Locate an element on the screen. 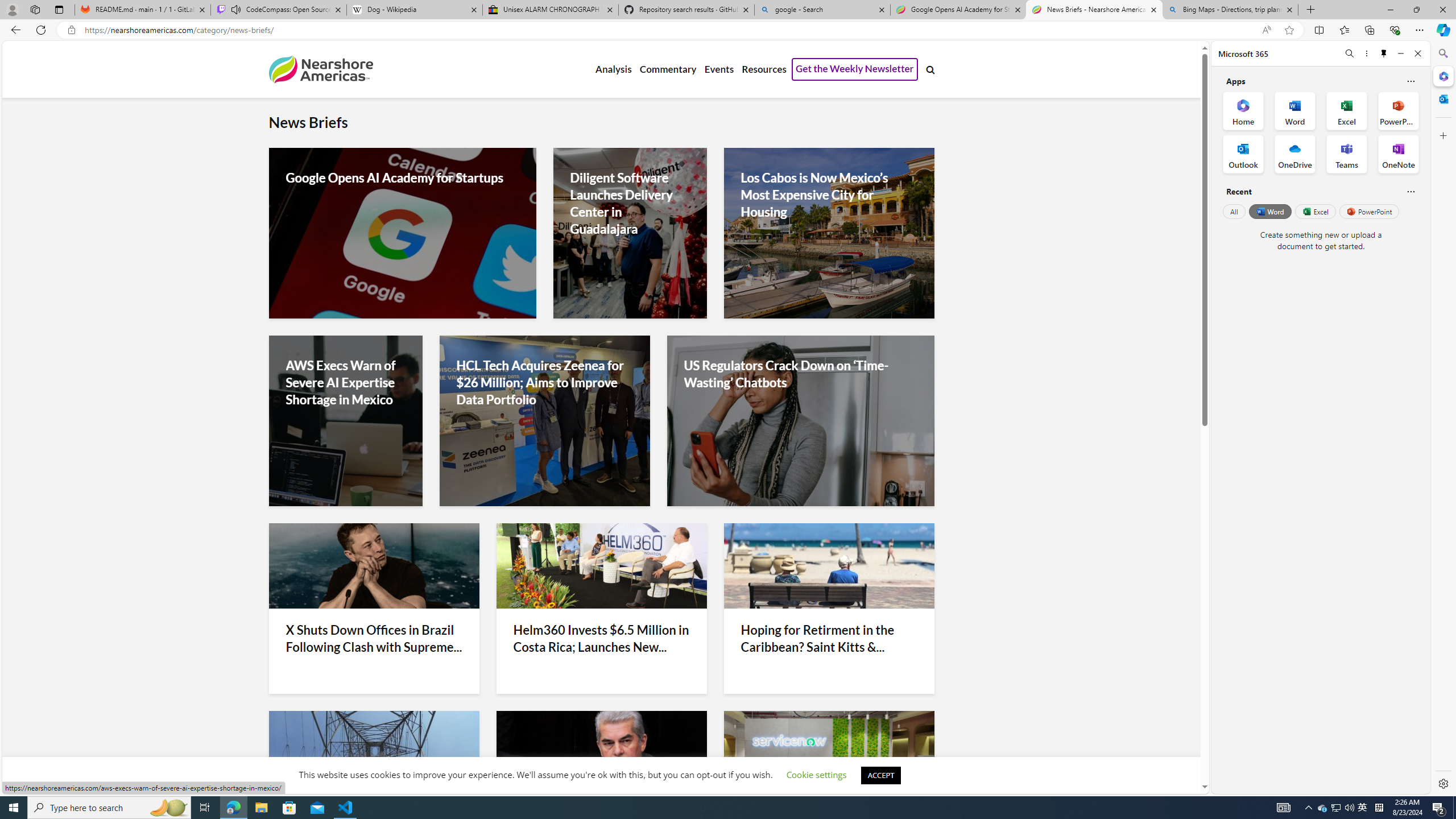 The width and height of the screenshot is (1456, 819). 'Mute tab' is located at coordinates (235, 9).